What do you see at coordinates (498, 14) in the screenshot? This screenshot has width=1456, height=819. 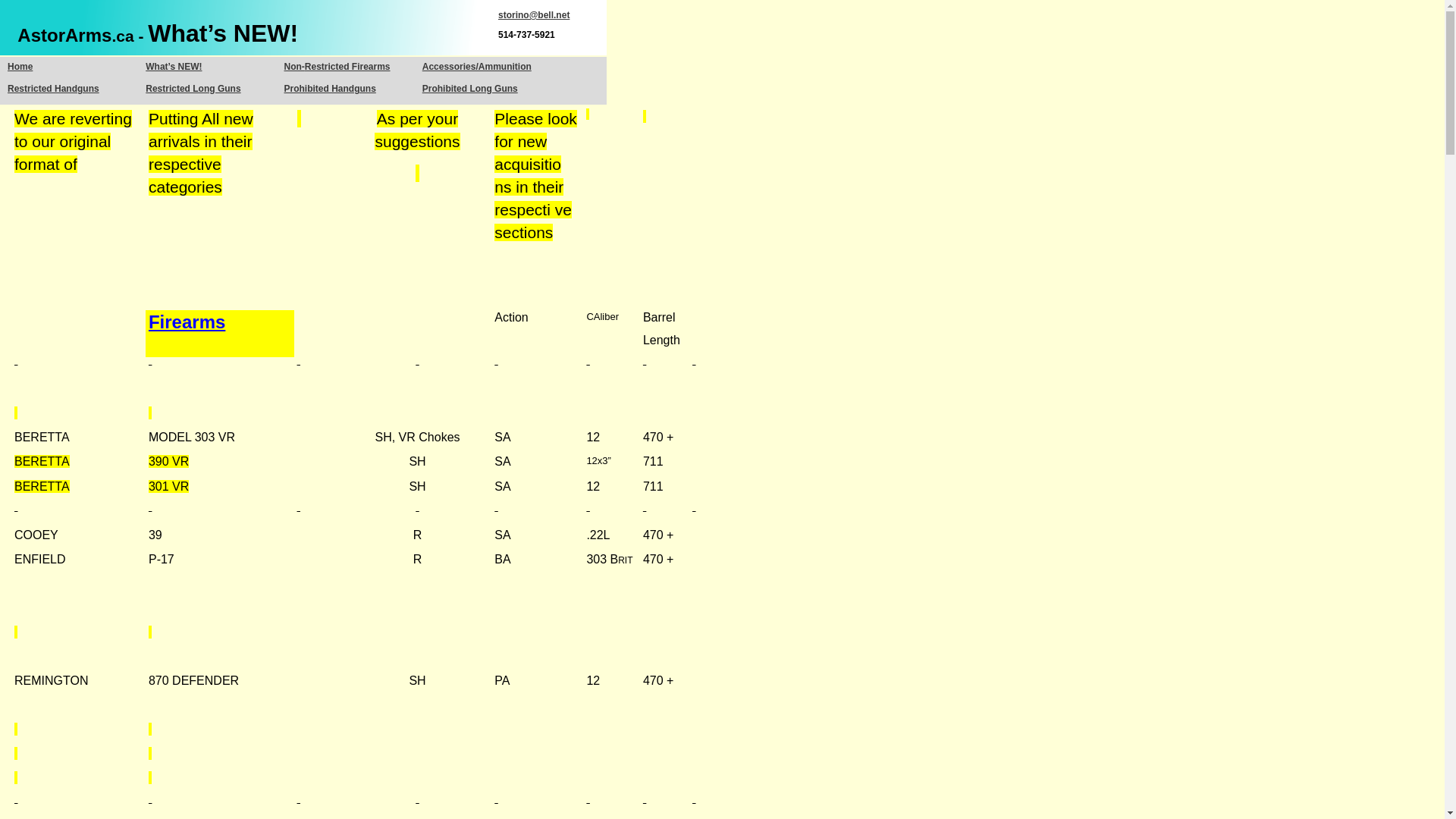 I see `'storino@bell.net'` at bounding box center [498, 14].